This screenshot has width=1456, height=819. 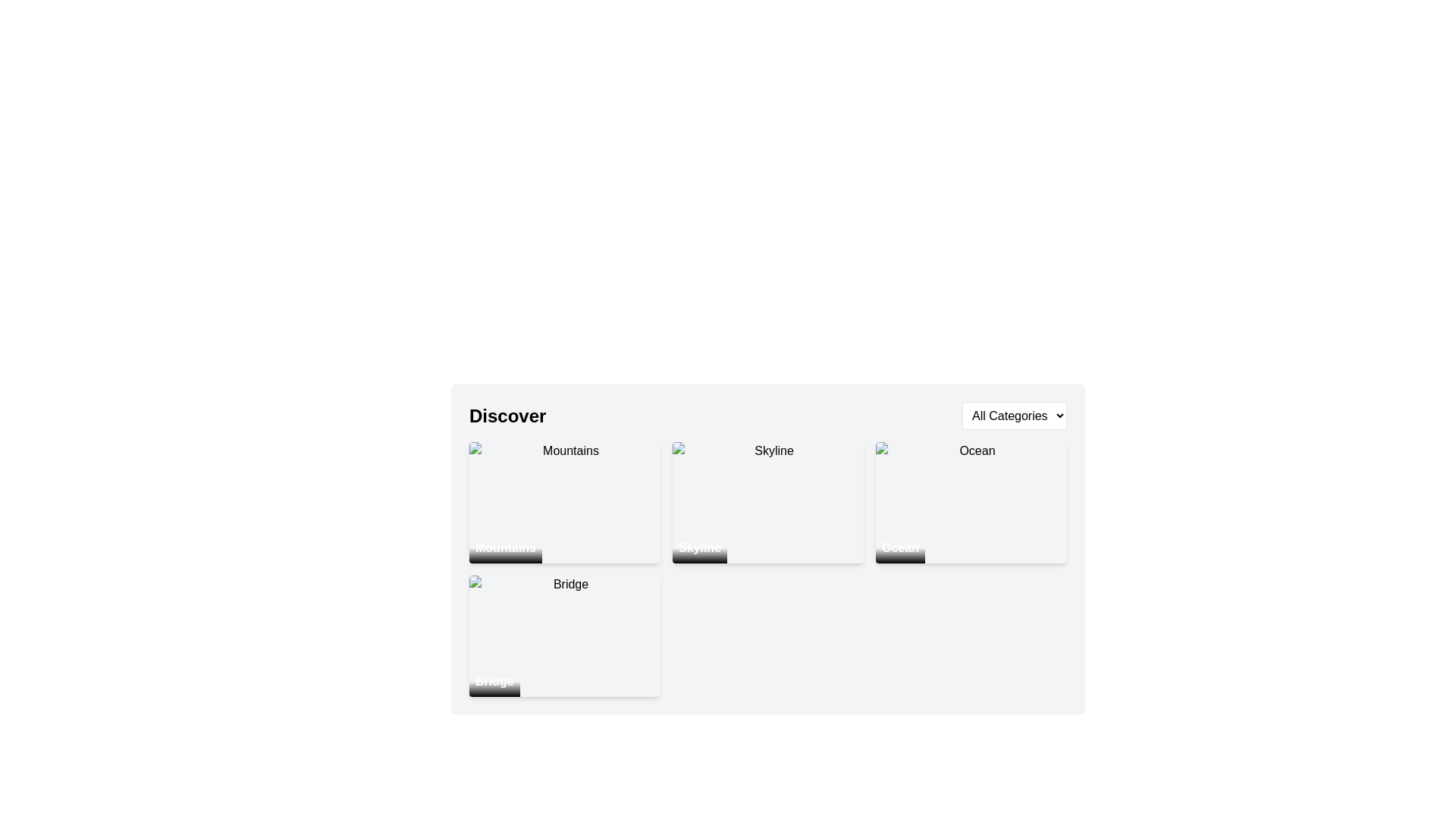 I want to click on the image within the card labeled 'Skyline', which is the second card in the grid layout between 'Mountains' and 'Ocean', so click(x=767, y=503).